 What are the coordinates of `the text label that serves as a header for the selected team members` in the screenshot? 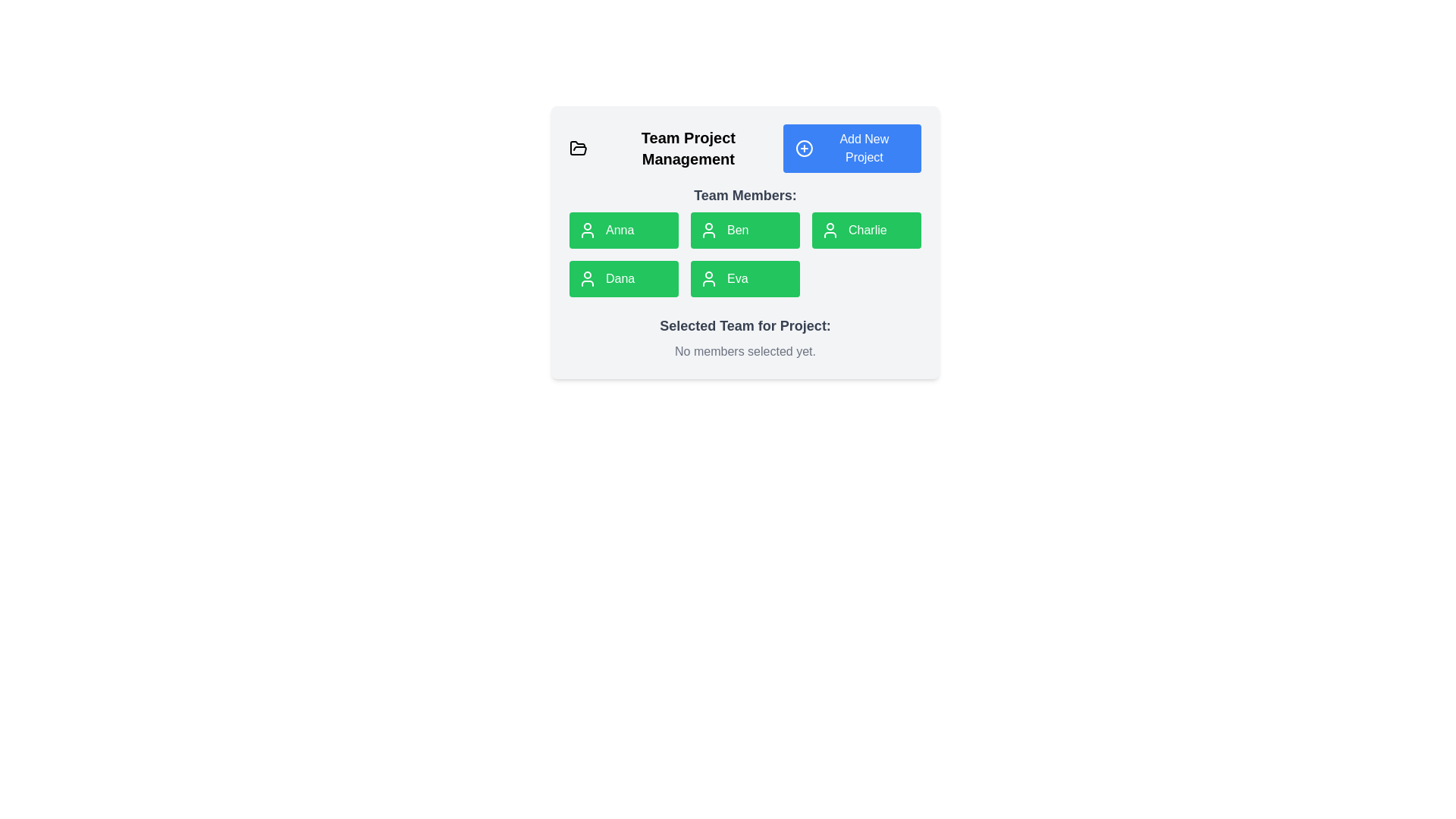 It's located at (745, 325).